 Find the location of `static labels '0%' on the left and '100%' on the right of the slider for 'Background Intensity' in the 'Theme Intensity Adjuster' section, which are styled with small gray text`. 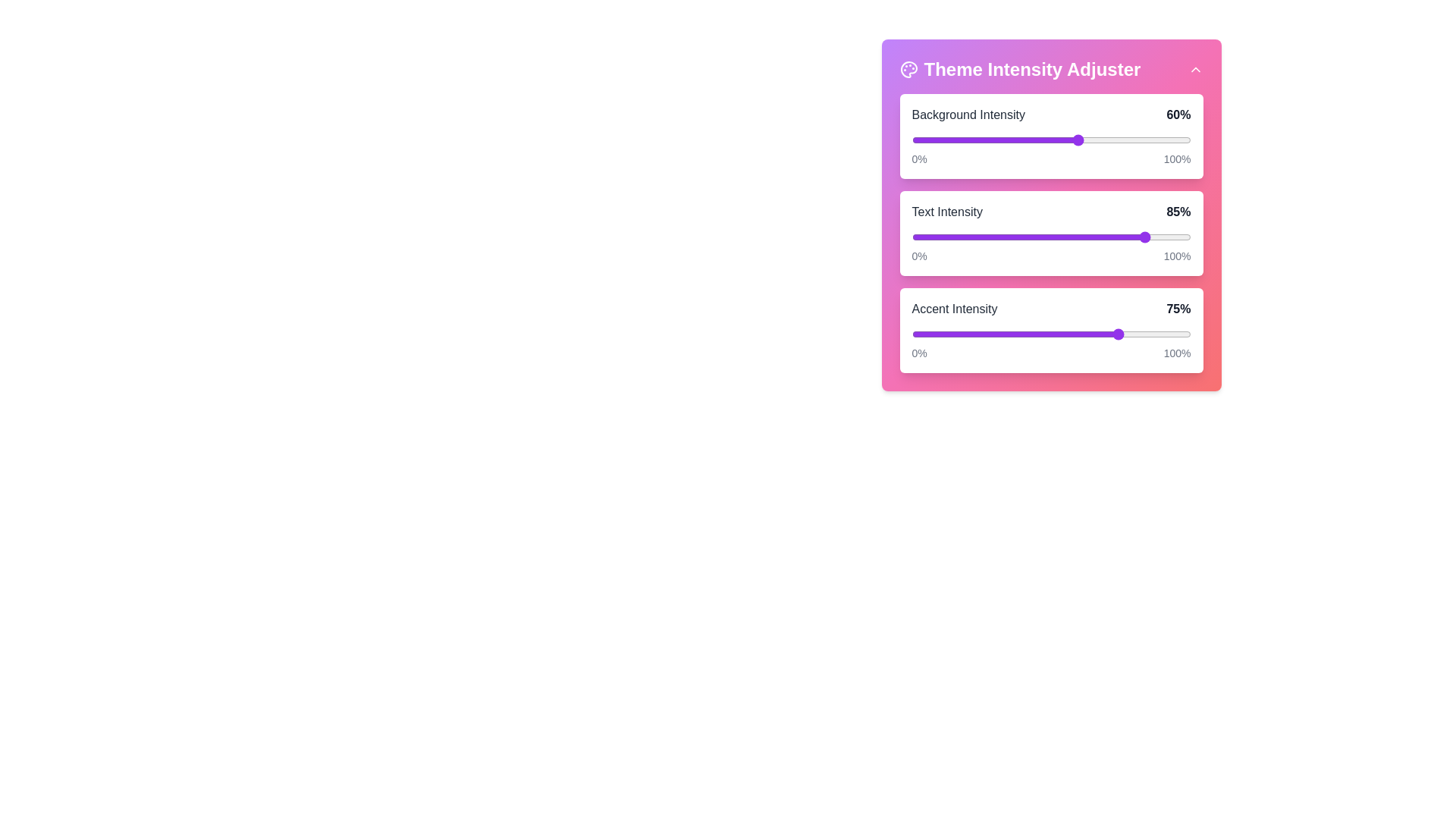

static labels '0%' on the left and '100%' on the right of the slider for 'Background Intensity' in the 'Theme Intensity Adjuster' section, which are styled with small gray text is located at coordinates (1050, 158).